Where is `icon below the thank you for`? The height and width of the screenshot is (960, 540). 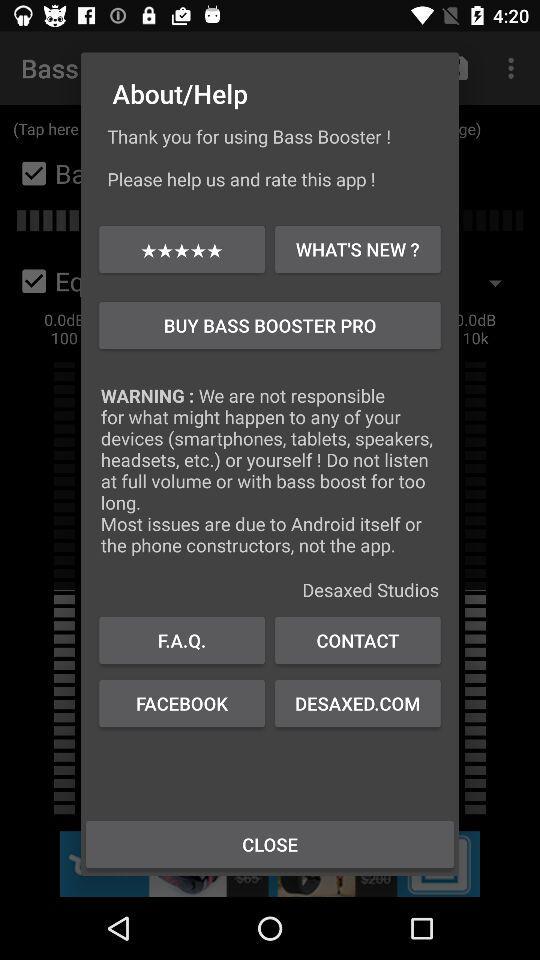
icon below the thank you for is located at coordinates (356, 248).